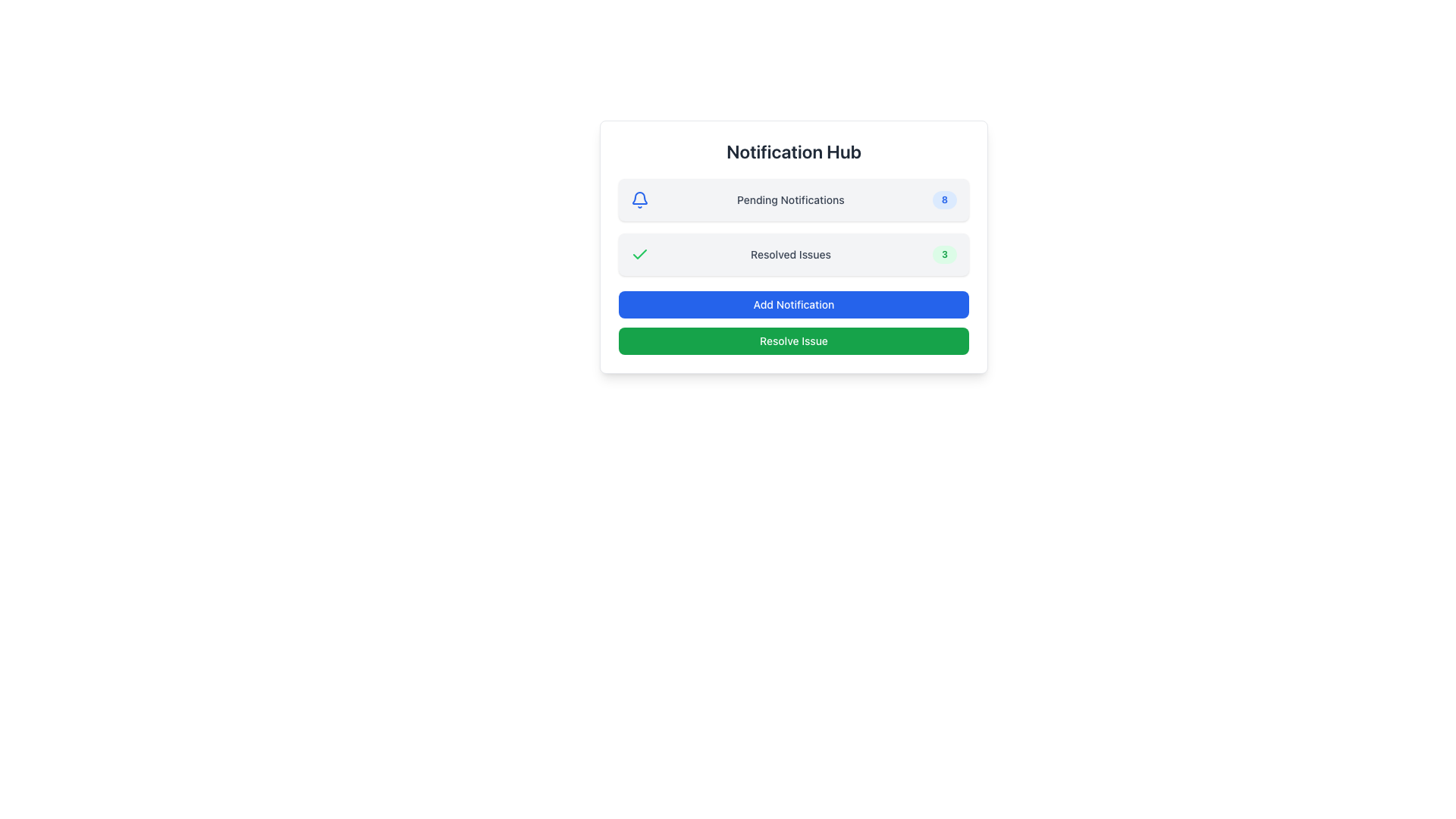 The height and width of the screenshot is (819, 1456). Describe the element at coordinates (640, 197) in the screenshot. I see `the bell icon located beside the 'Pending Notifications' text in the Notification Hub interface to read the tooltip` at that location.